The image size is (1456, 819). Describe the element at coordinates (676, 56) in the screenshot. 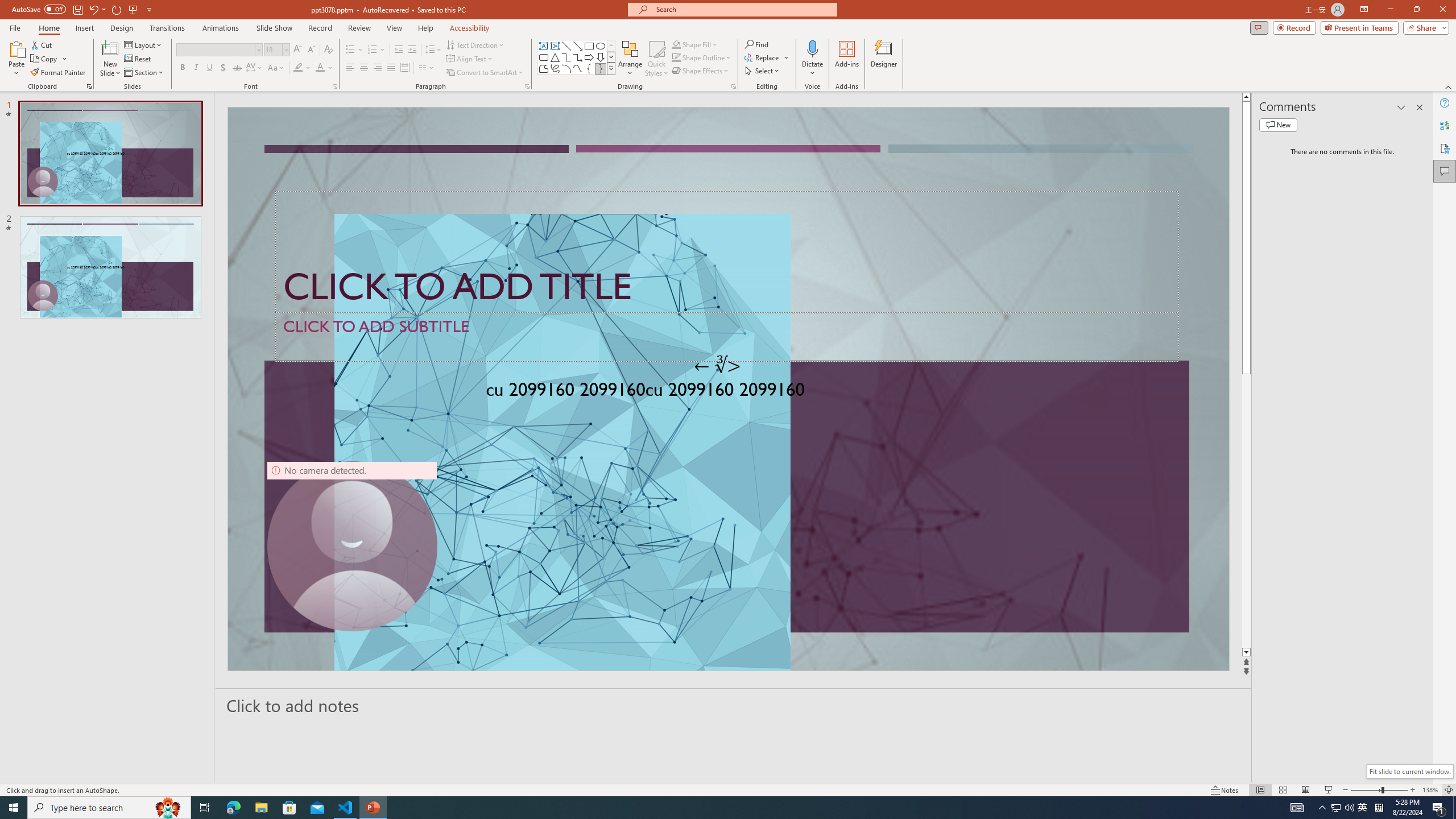

I see `'Shape Outline Green, Accent 1'` at that location.